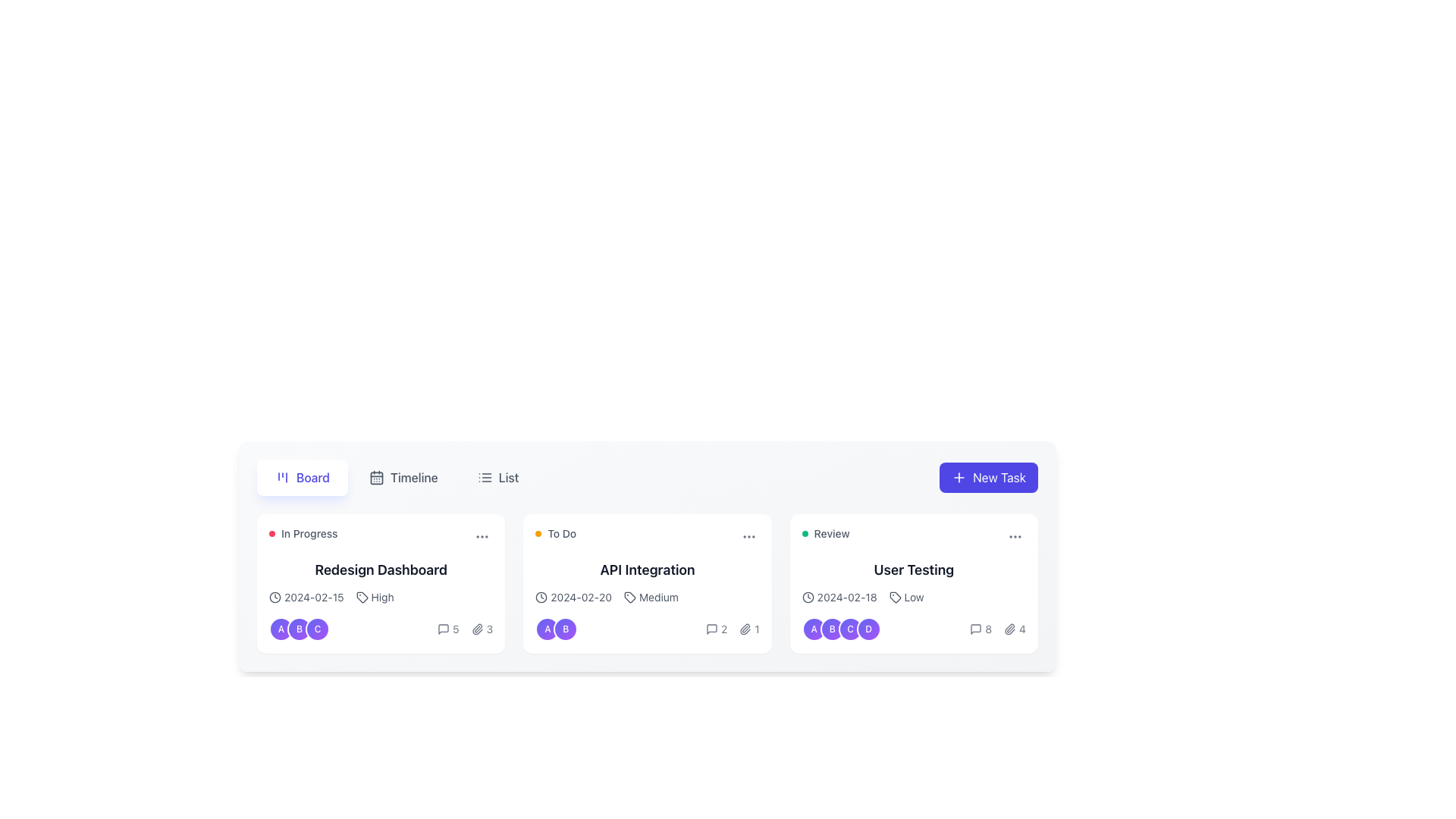 This screenshot has height=819, width=1456. What do you see at coordinates (807, 596) in the screenshot?
I see `the circular clock icon with a minimalist outline style located within the 'User Testing' card in the 'Review' section, positioned to the left of the date '2024-02-18'` at bounding box center [807, 596].